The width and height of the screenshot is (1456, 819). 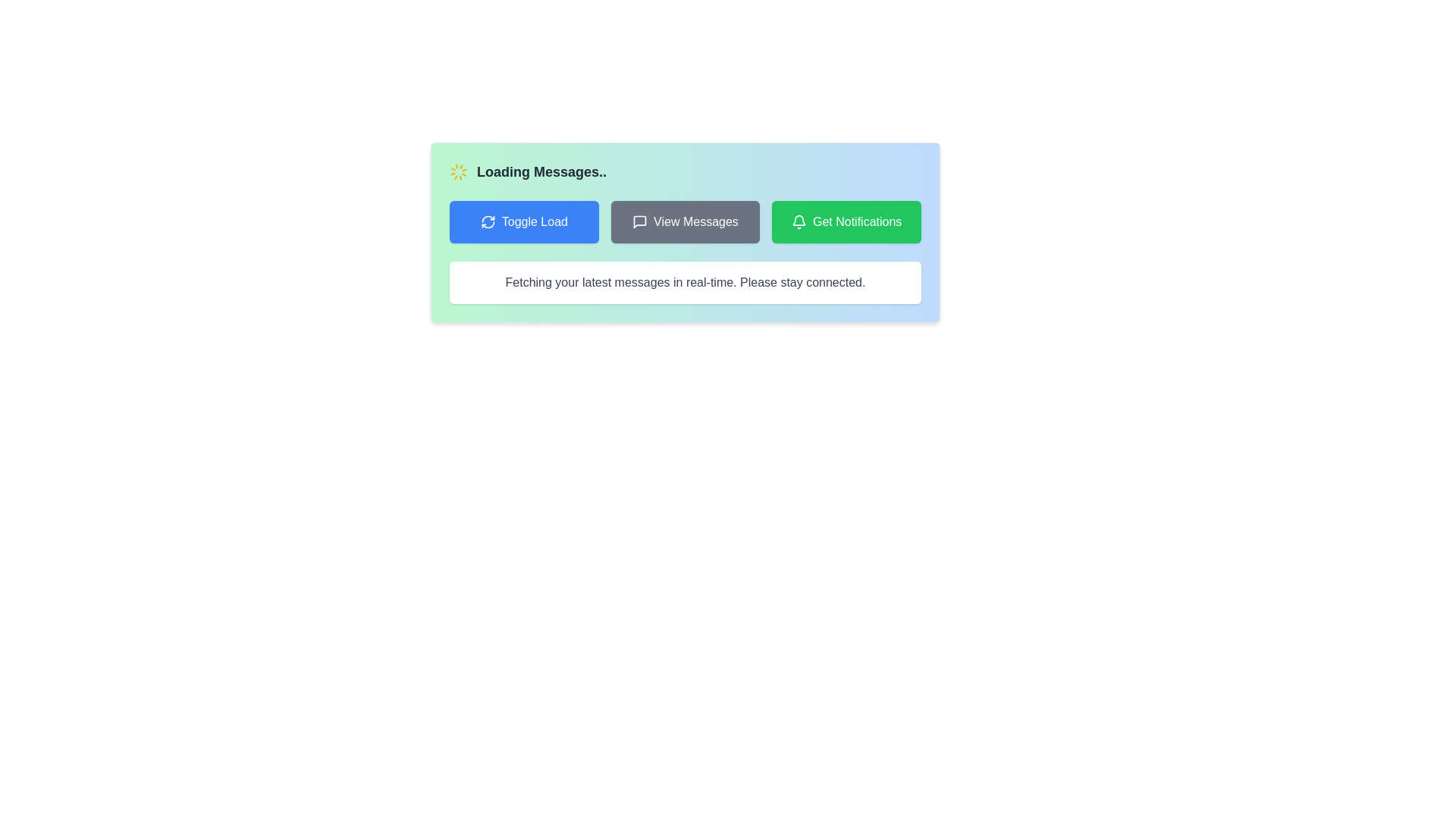 What do you see at coordinates (684, 233) in the screenshot?
I see `displayed information from the interactive informational panel that shows loading messages and notifications` at bounding box center [684, 233].